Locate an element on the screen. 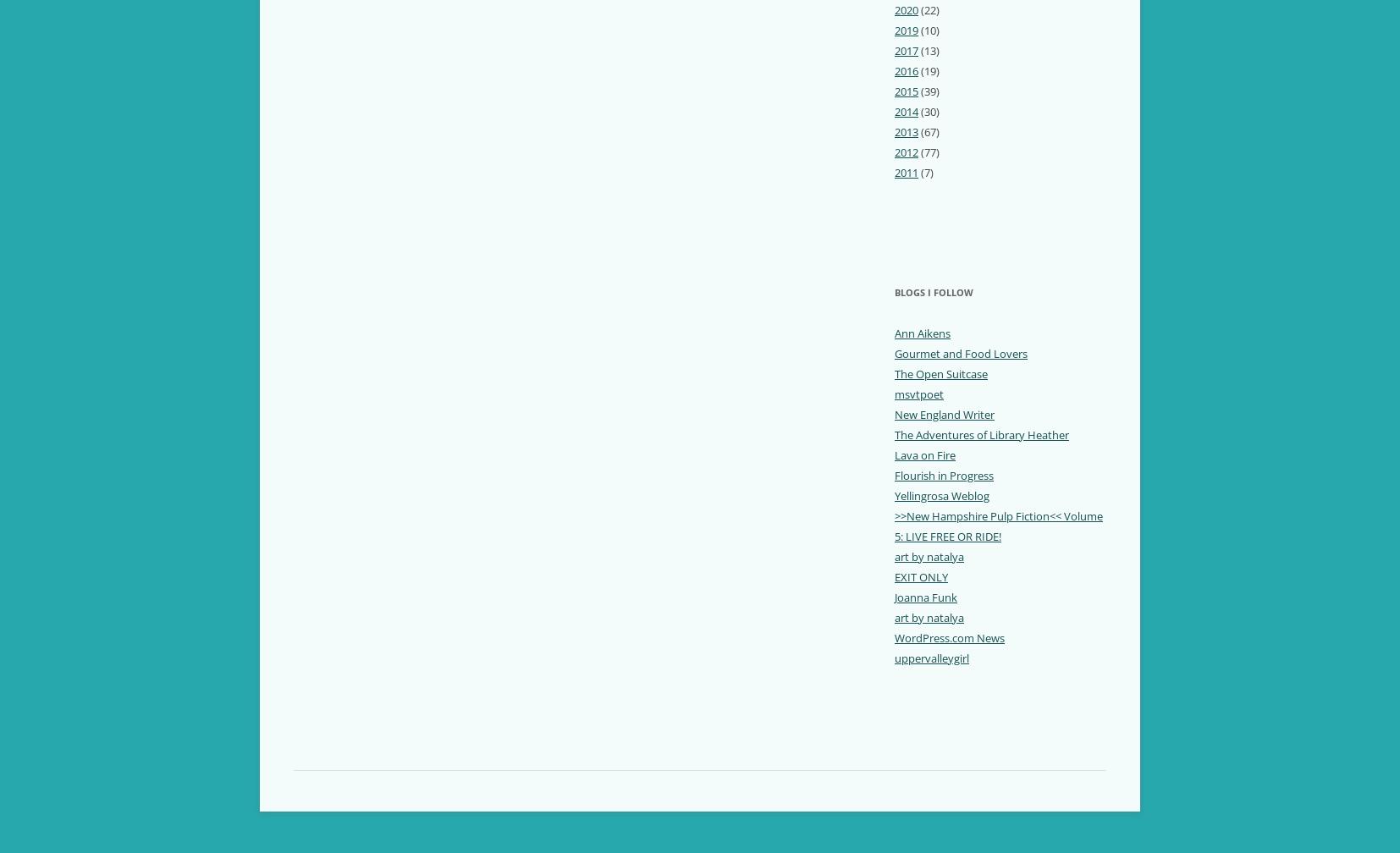 The height and width of the screenshot is (853, 1400). '(19)' is located at coordinates (928, 69).